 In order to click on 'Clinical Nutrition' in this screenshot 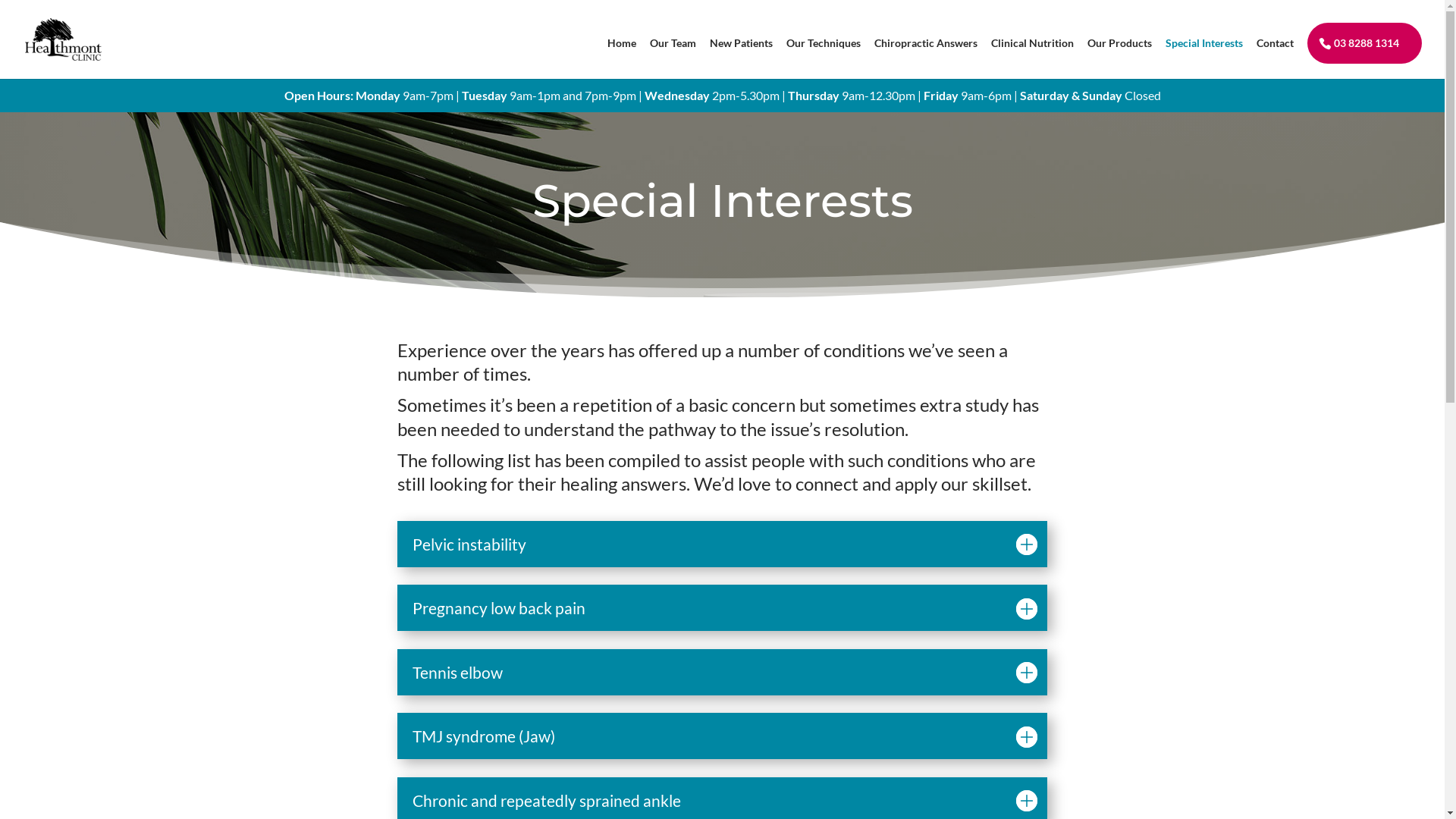, I will do `click(990, 54)`.